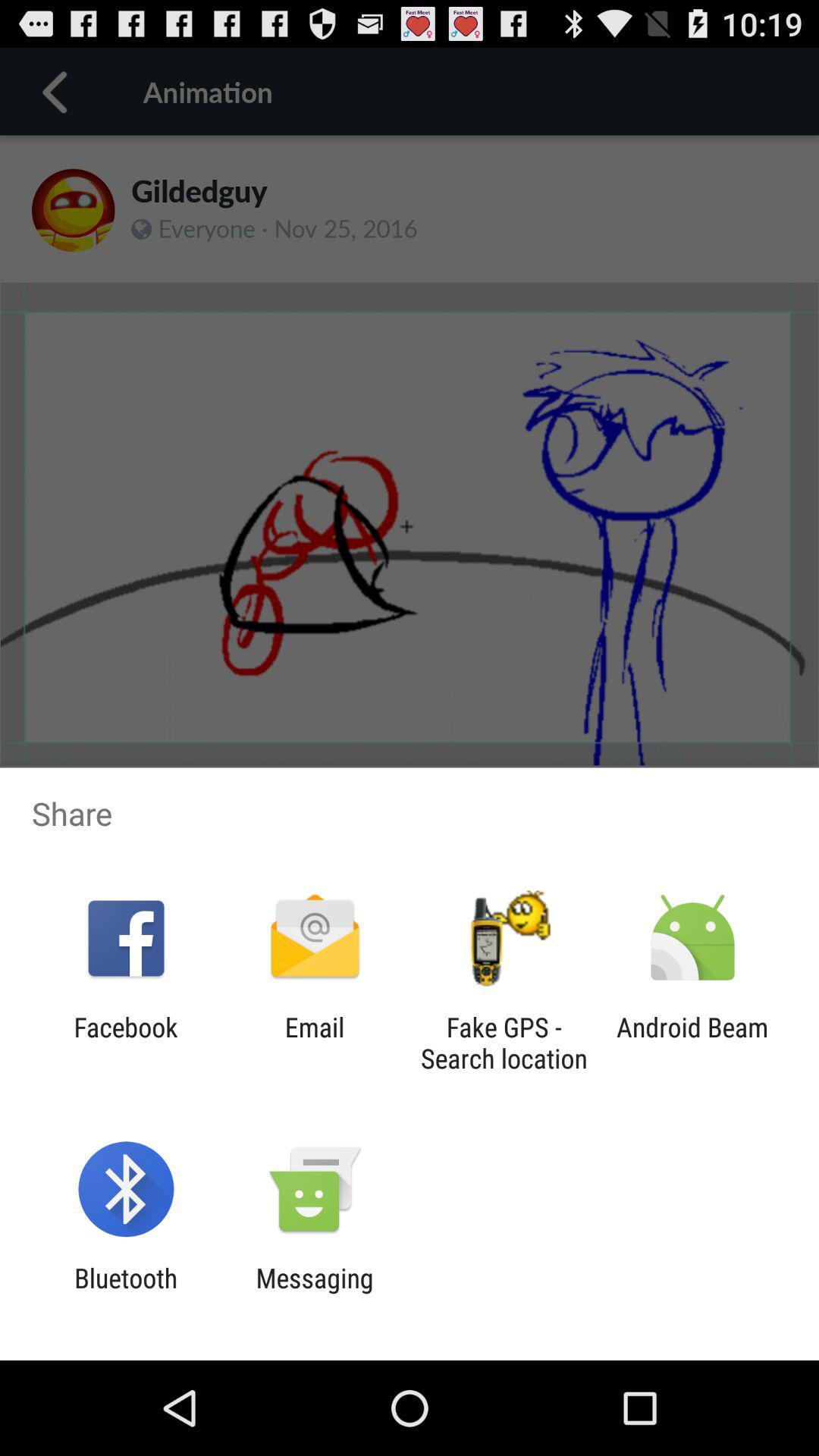  What do you see at coordinates (692, 1042) in the screenshot?
I see `icon to the right of fake gps search` at bounding box center [692, 1042].